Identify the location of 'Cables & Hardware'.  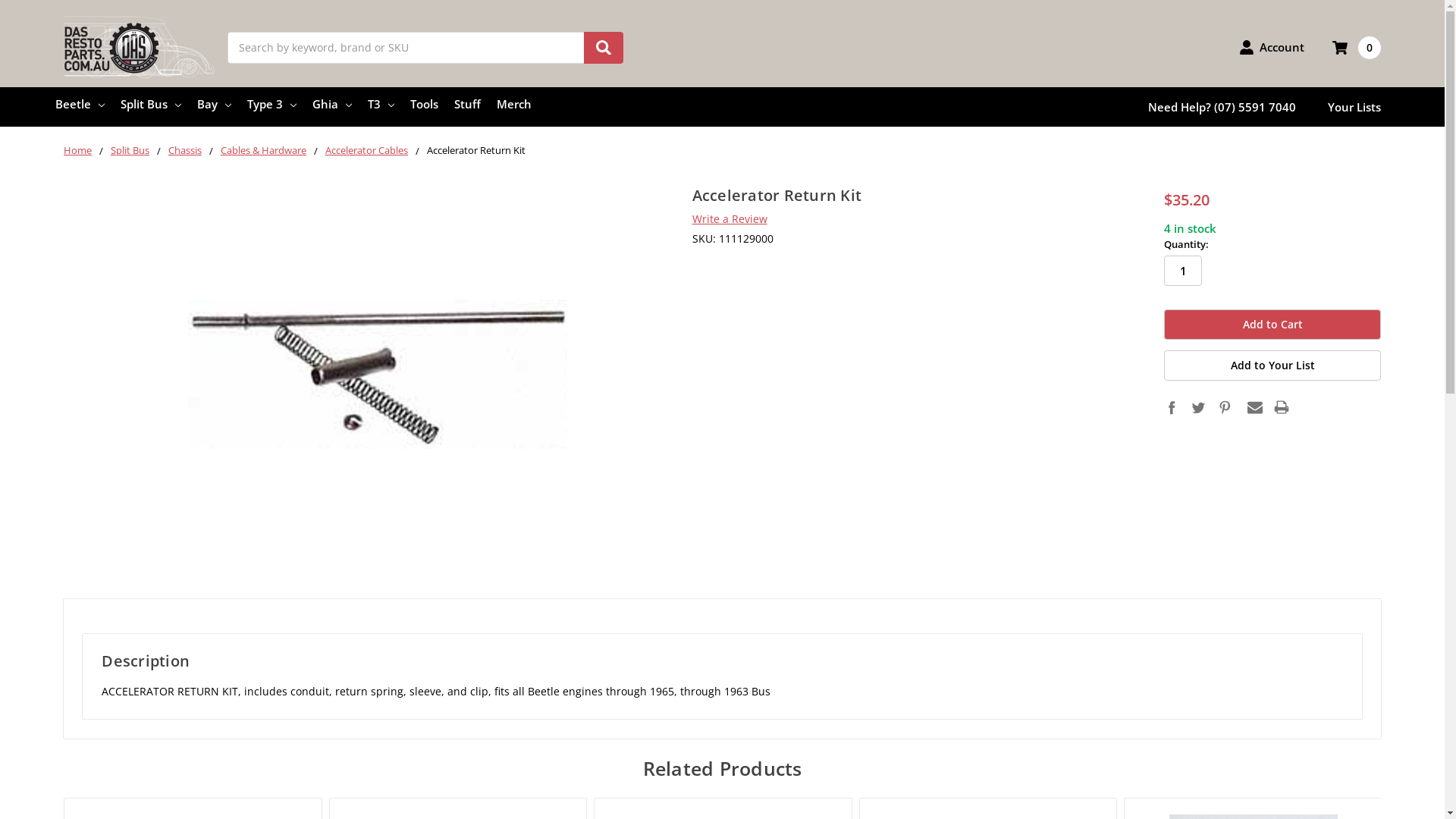
(263, 149).